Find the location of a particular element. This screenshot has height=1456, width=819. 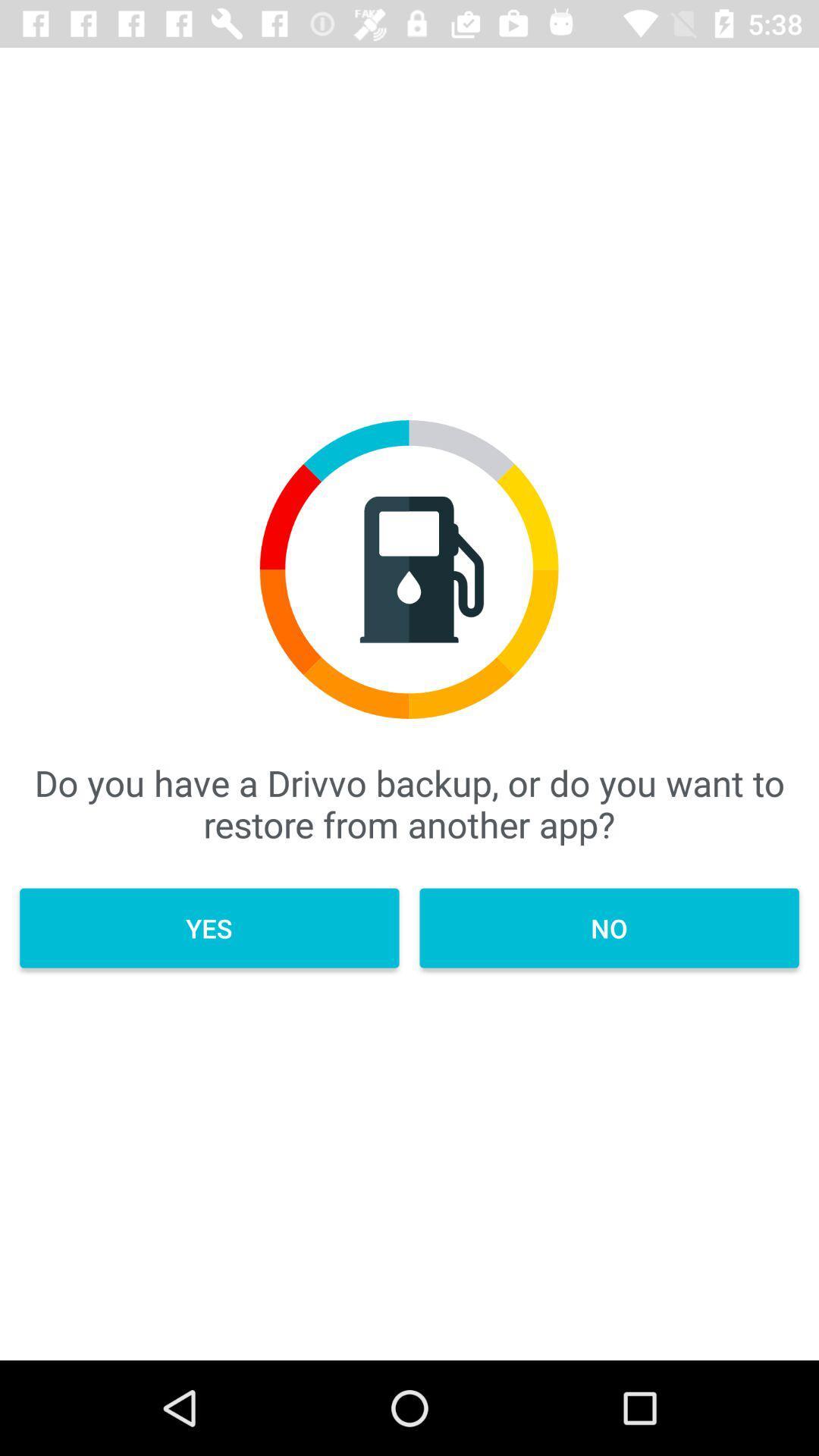

icon next to no icon is located at coordinates (209, 927).